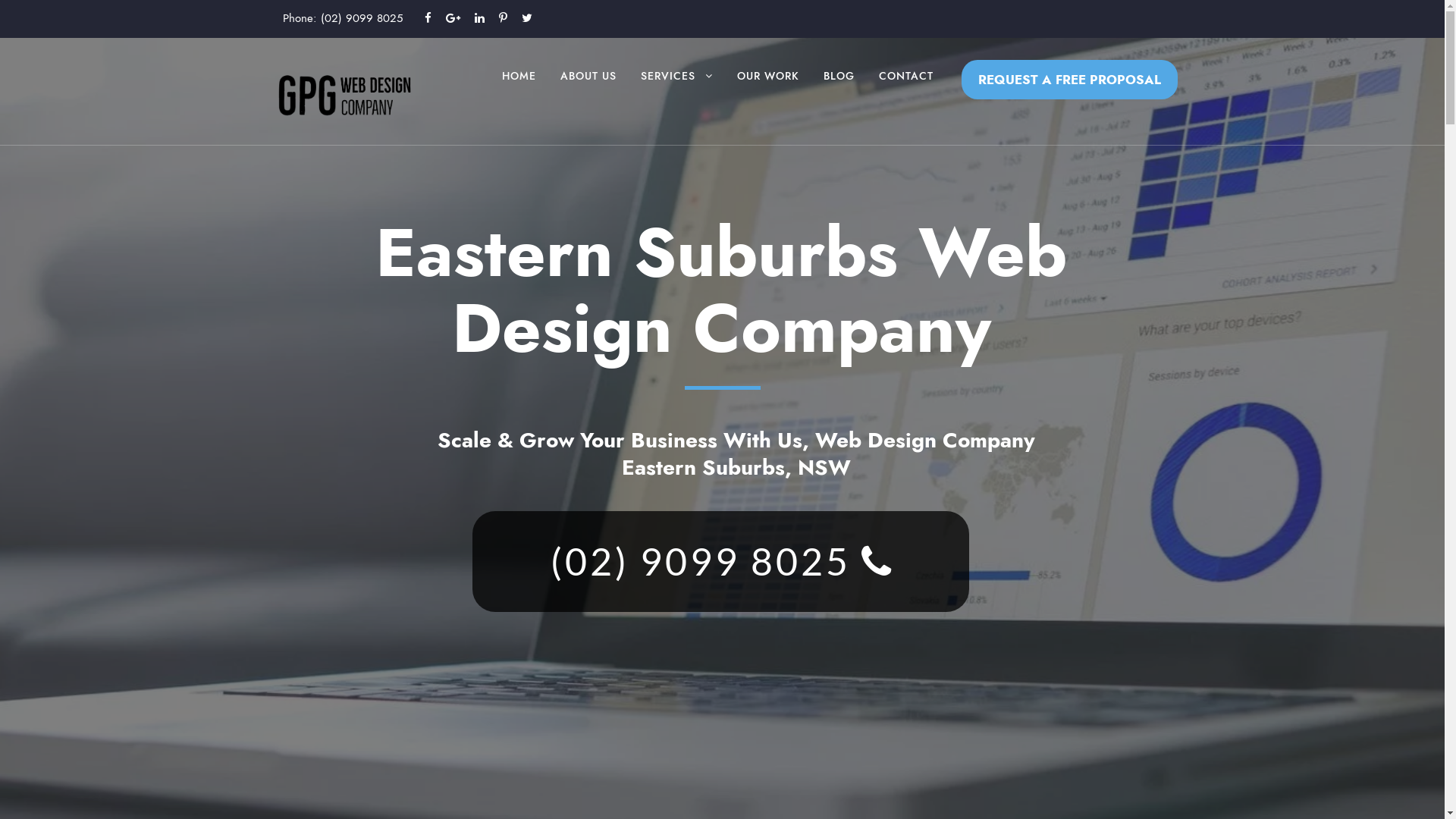 This screenshot has width=1456, height=819. Describe the element at coordinates (452, 17) in the screenshot. I see `'google-plus'` at that location.